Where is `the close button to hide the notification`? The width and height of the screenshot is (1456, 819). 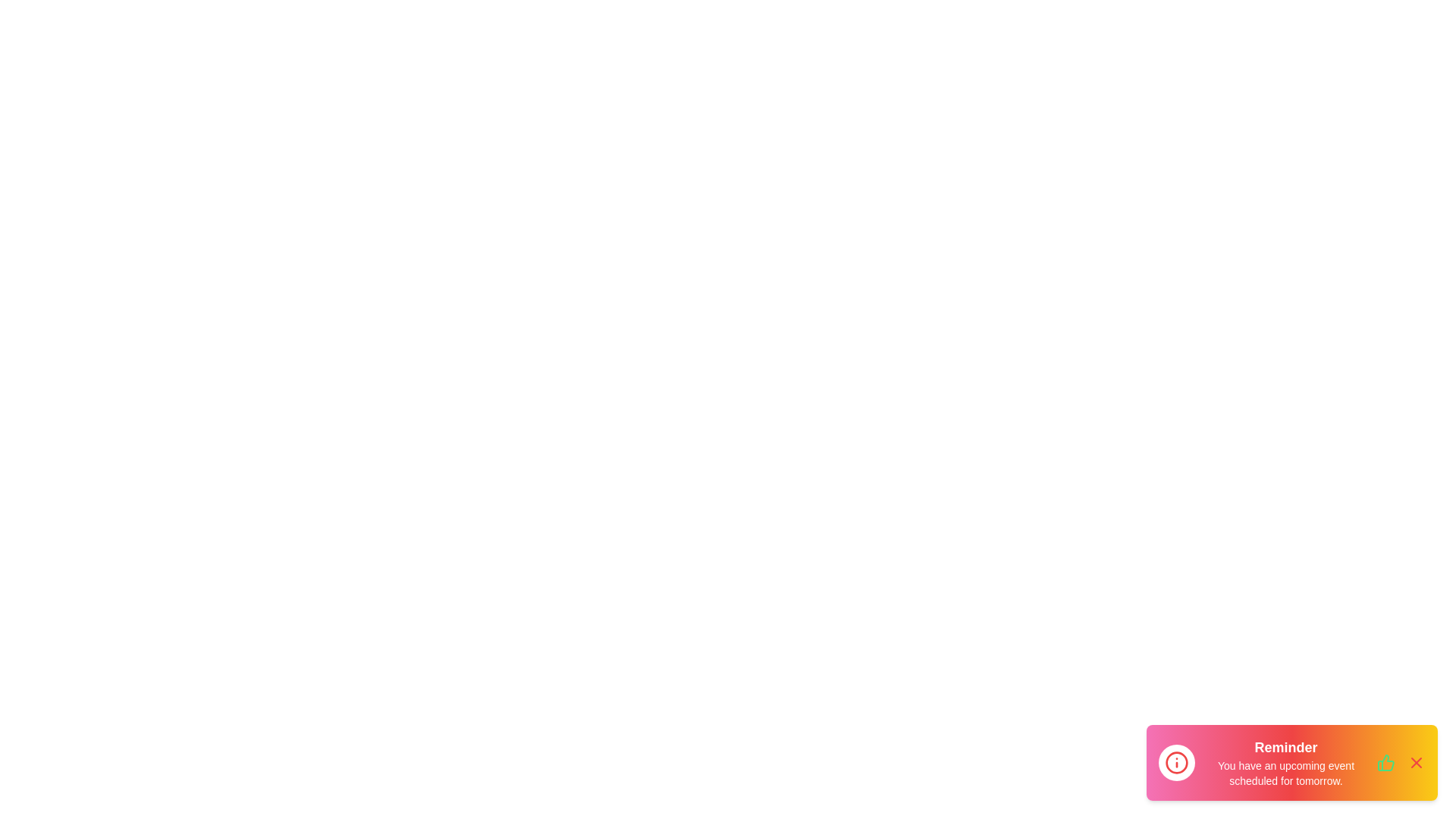
the close button to hide the notification is located at coordinates (1415, 763).